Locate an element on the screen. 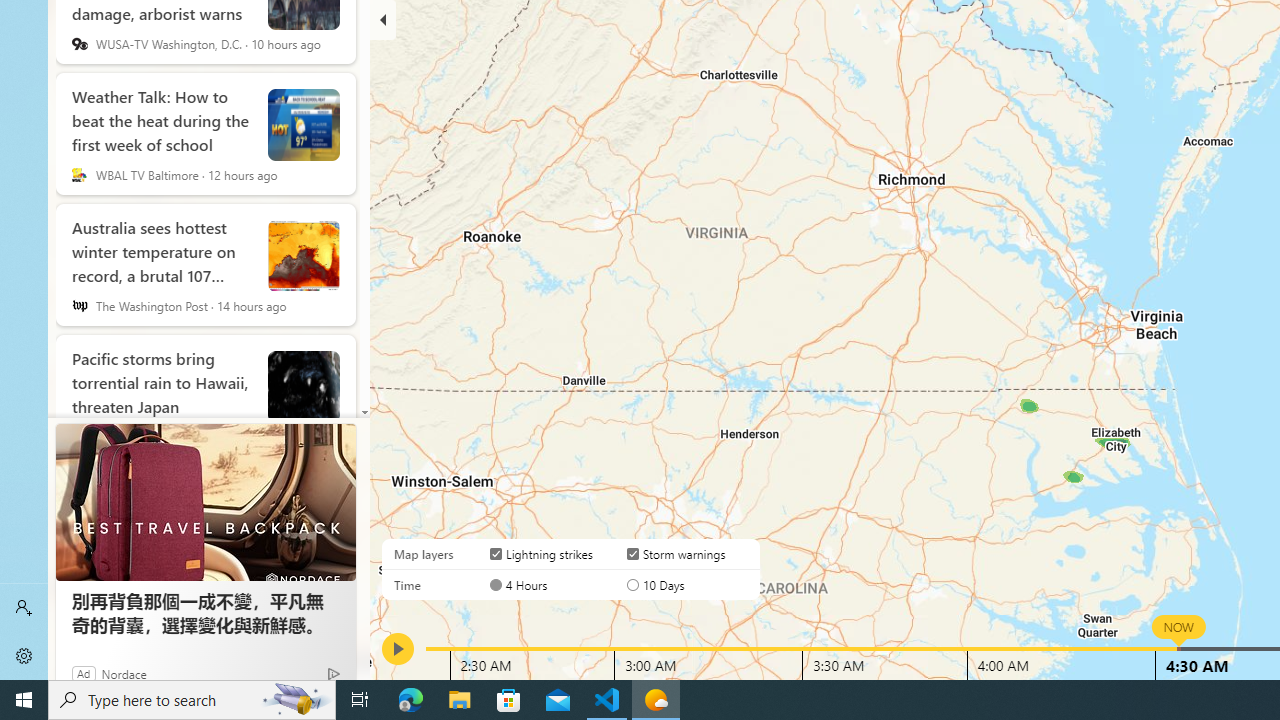 The image size is (1280, 720). 'Microsoft Edge' is located at coordinates (410, 698).